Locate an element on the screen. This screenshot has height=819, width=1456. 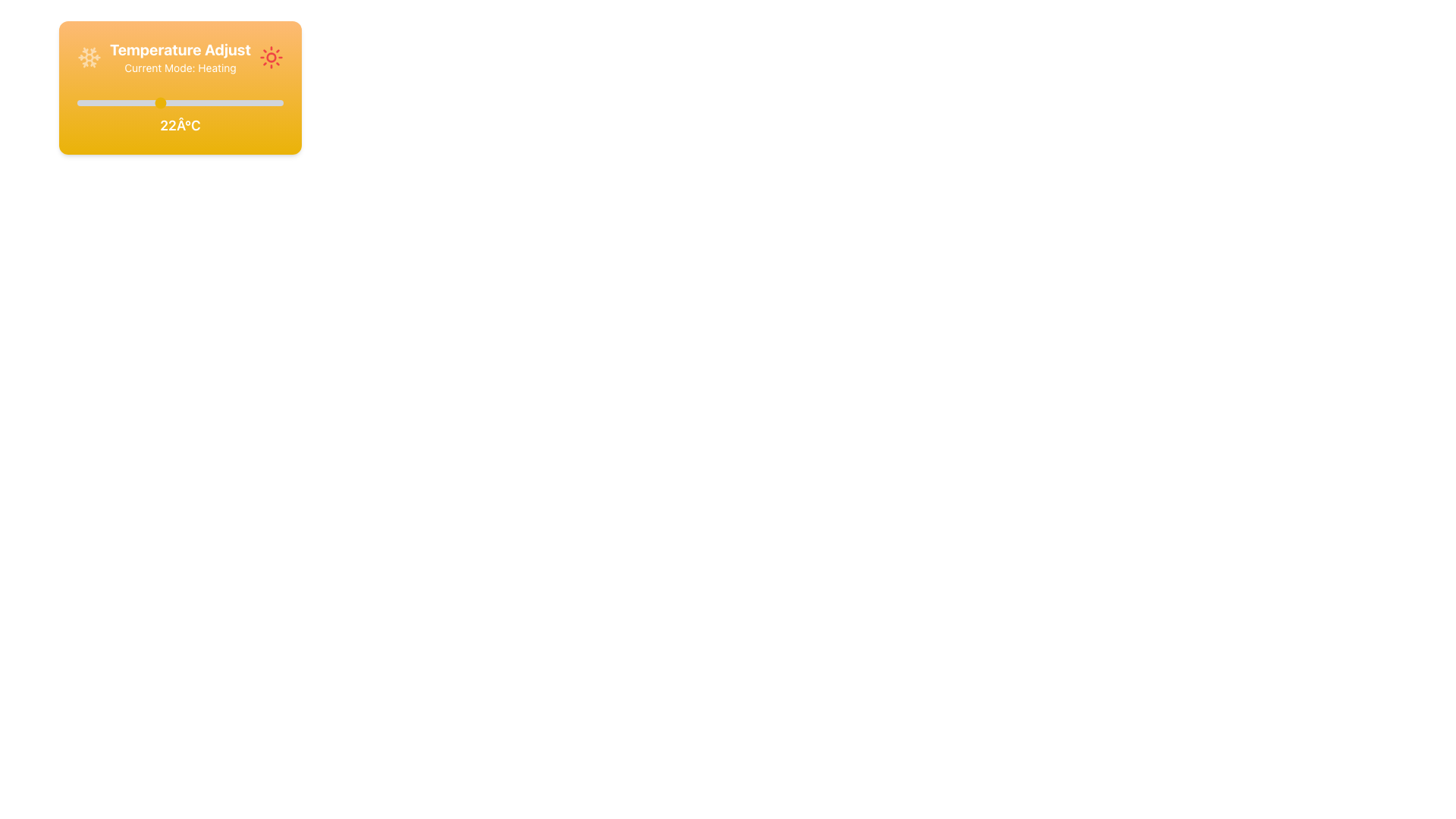
the temperature is located at coordinates (269, 102).